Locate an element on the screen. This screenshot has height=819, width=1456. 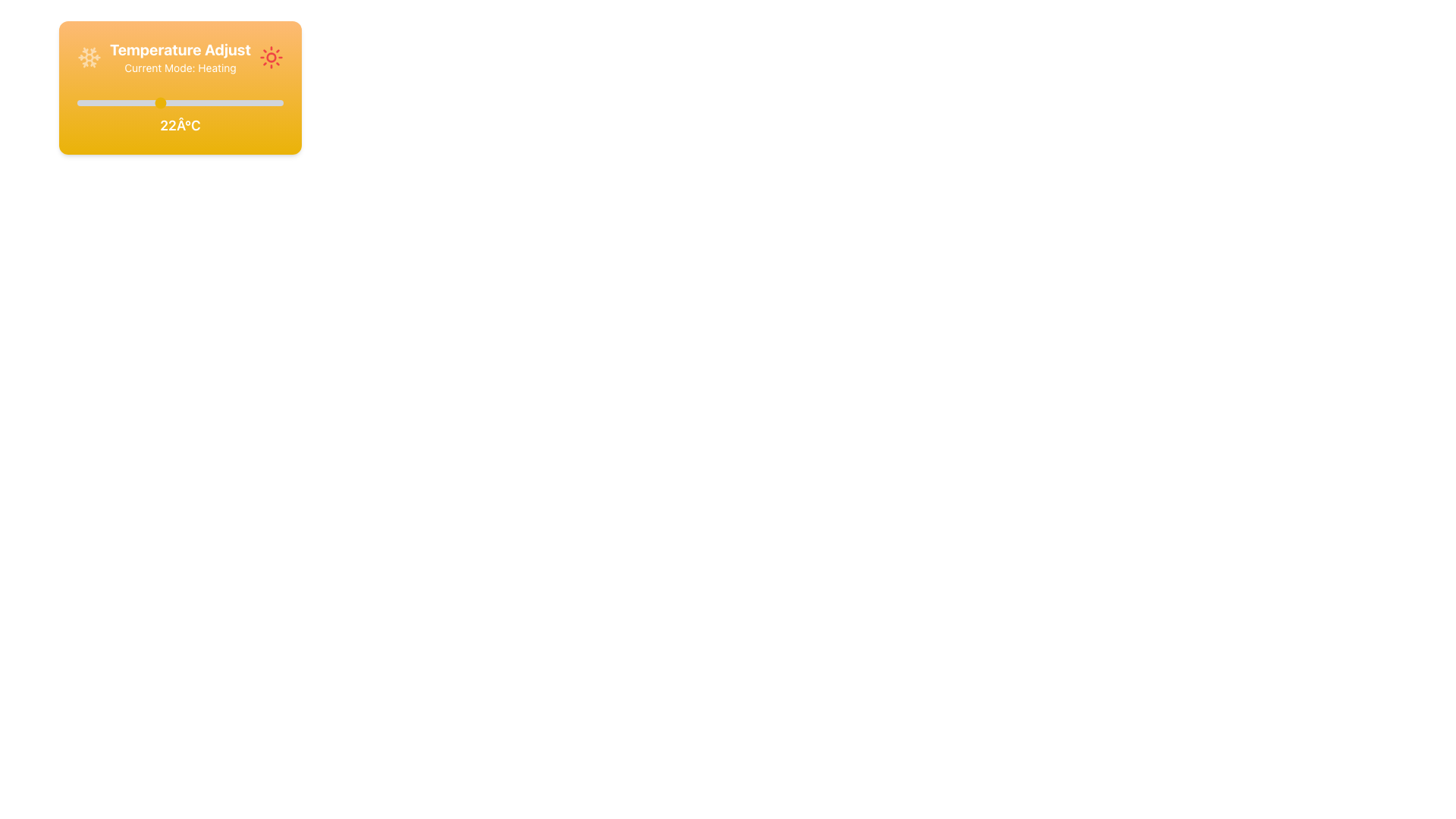
the temperature is located at coordinates (269, 102).